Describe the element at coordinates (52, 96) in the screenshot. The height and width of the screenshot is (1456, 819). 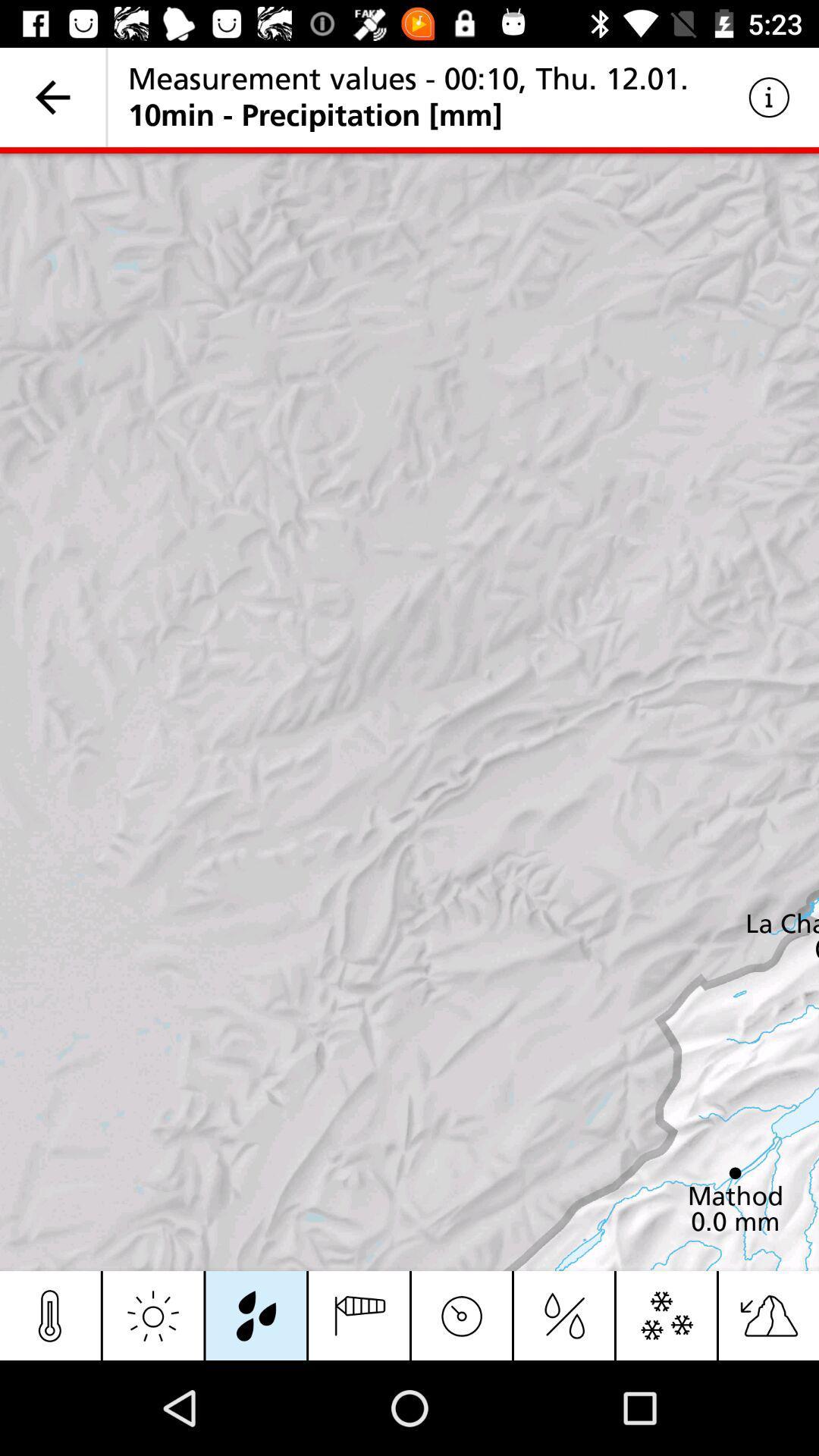
I see `item at the top left corner` at that location.